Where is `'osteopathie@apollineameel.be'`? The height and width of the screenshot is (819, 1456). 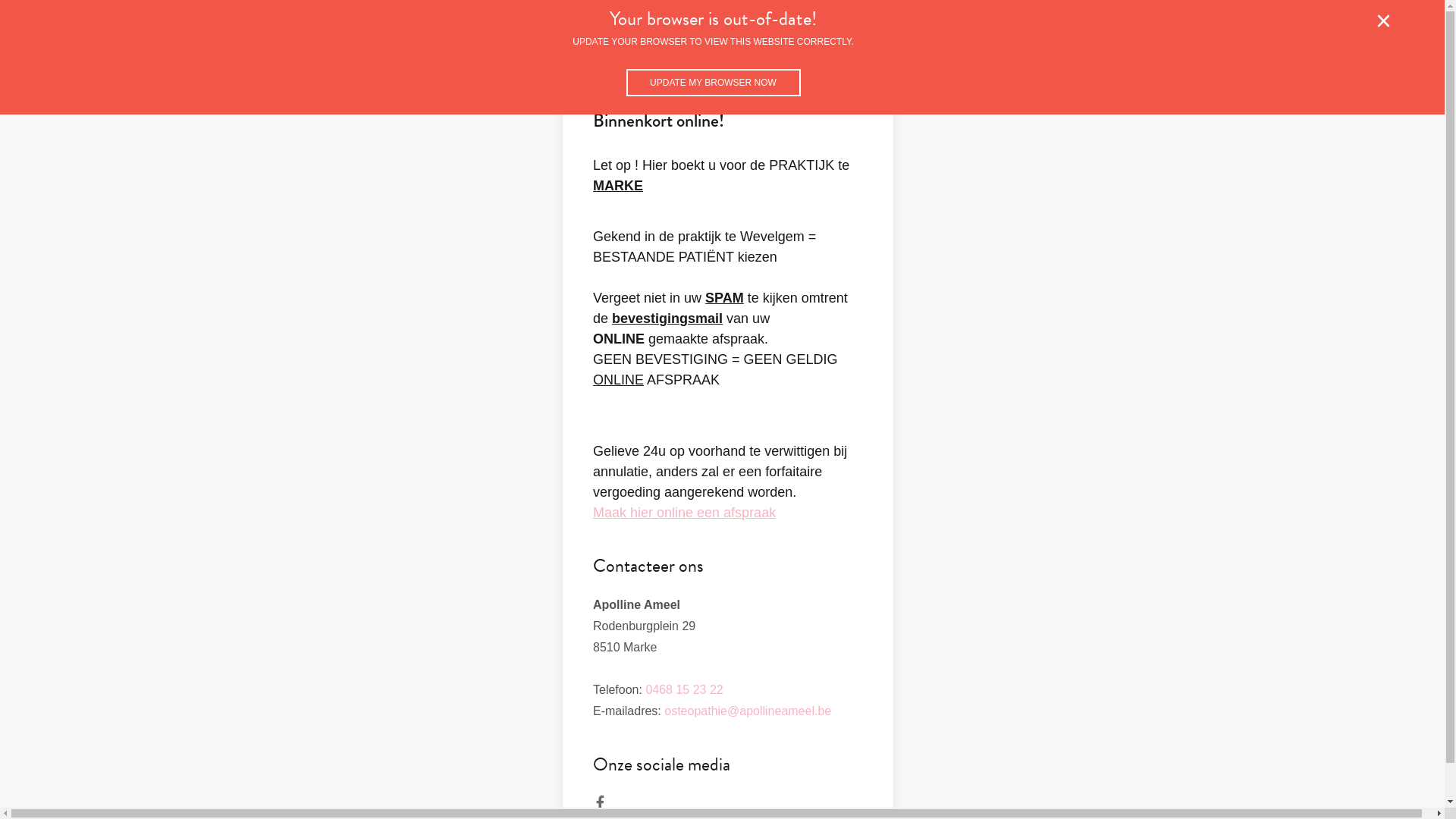 'osteopathie@apollineameel.be' is located at coordinates (664, 711).